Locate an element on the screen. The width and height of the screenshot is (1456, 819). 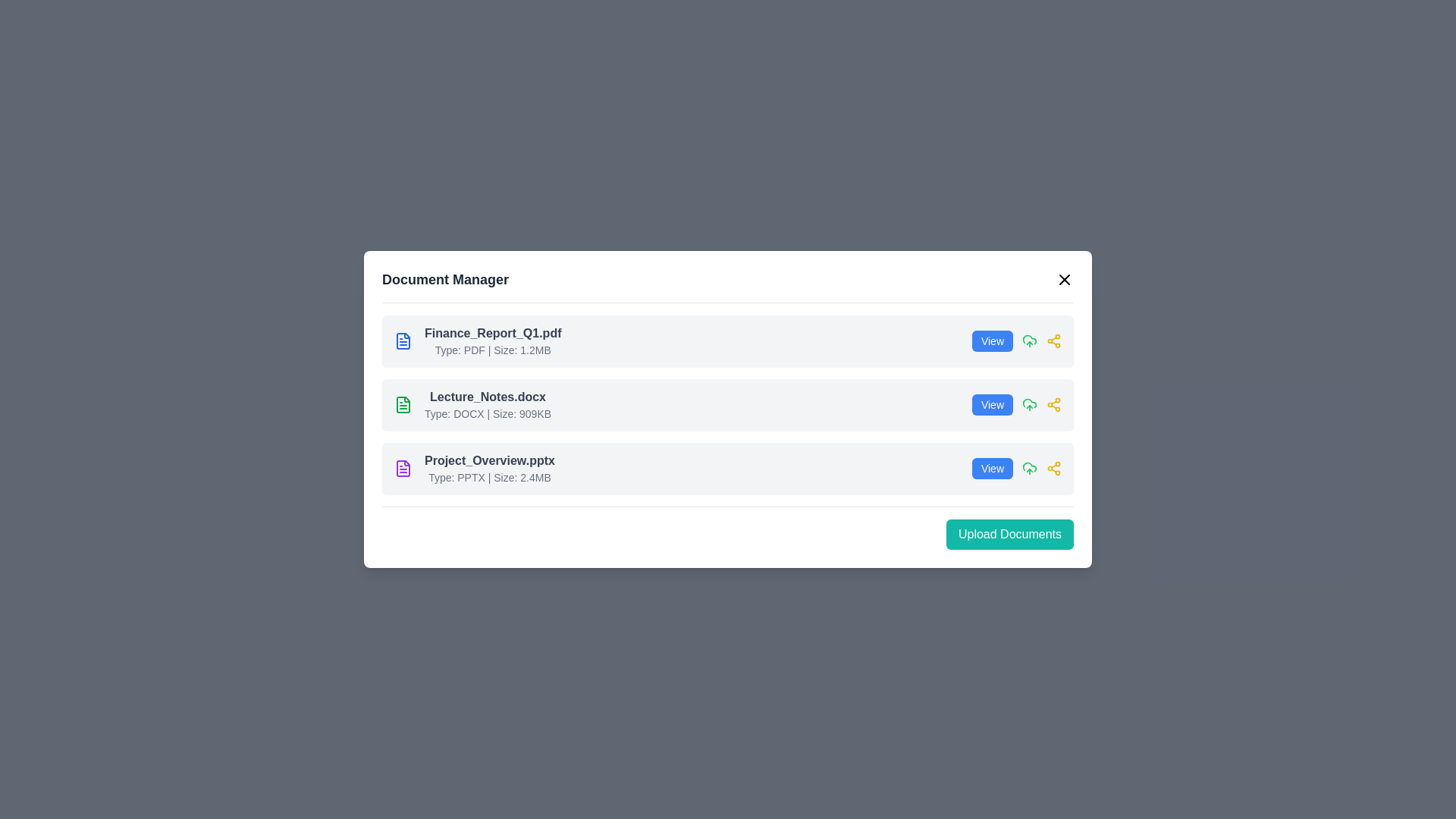
the close button located at the top-right corner of the 'Document Manager' interface is located at coordinates (1063, 280).